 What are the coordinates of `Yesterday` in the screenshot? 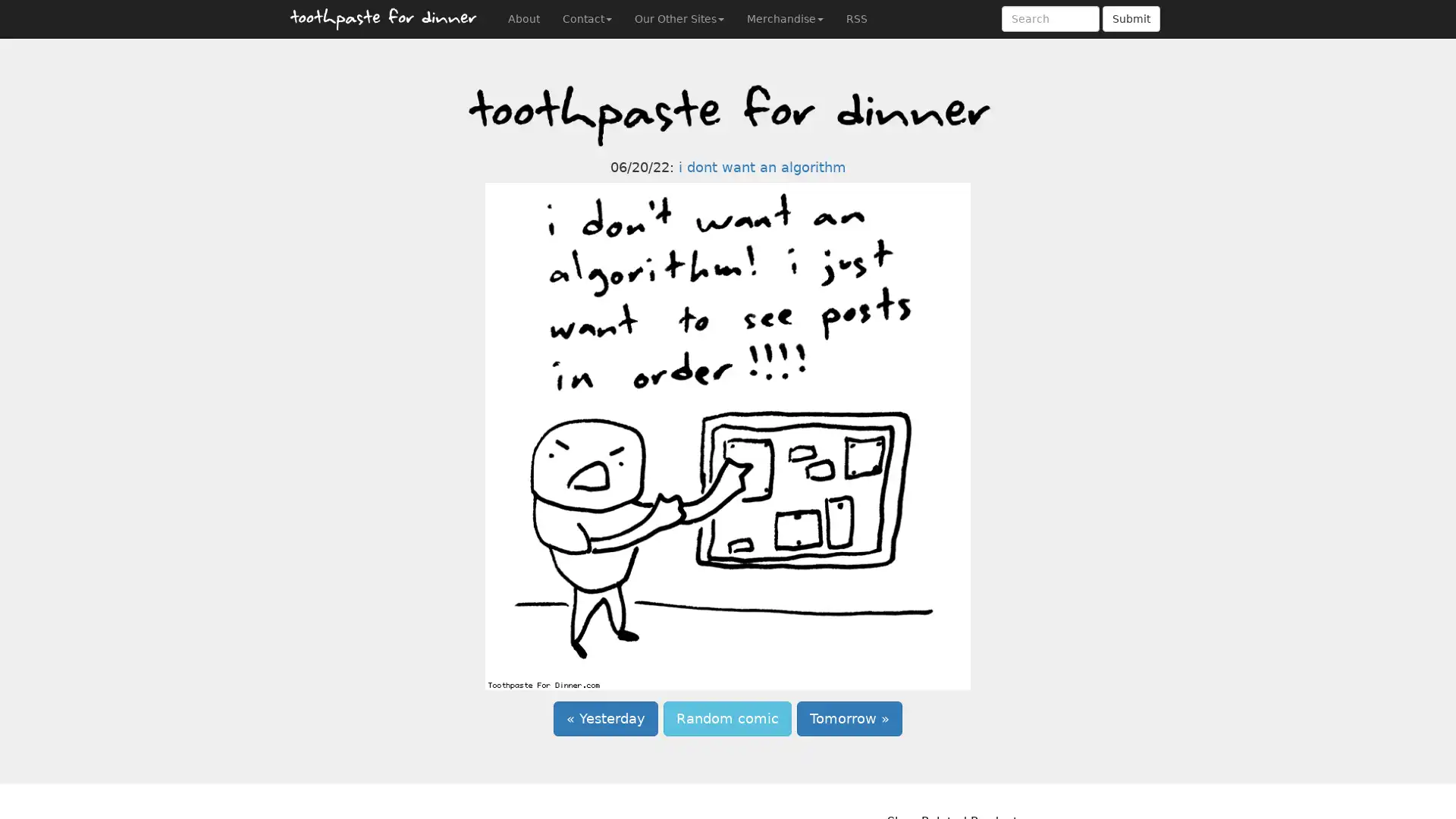 It's located at (604, 718).